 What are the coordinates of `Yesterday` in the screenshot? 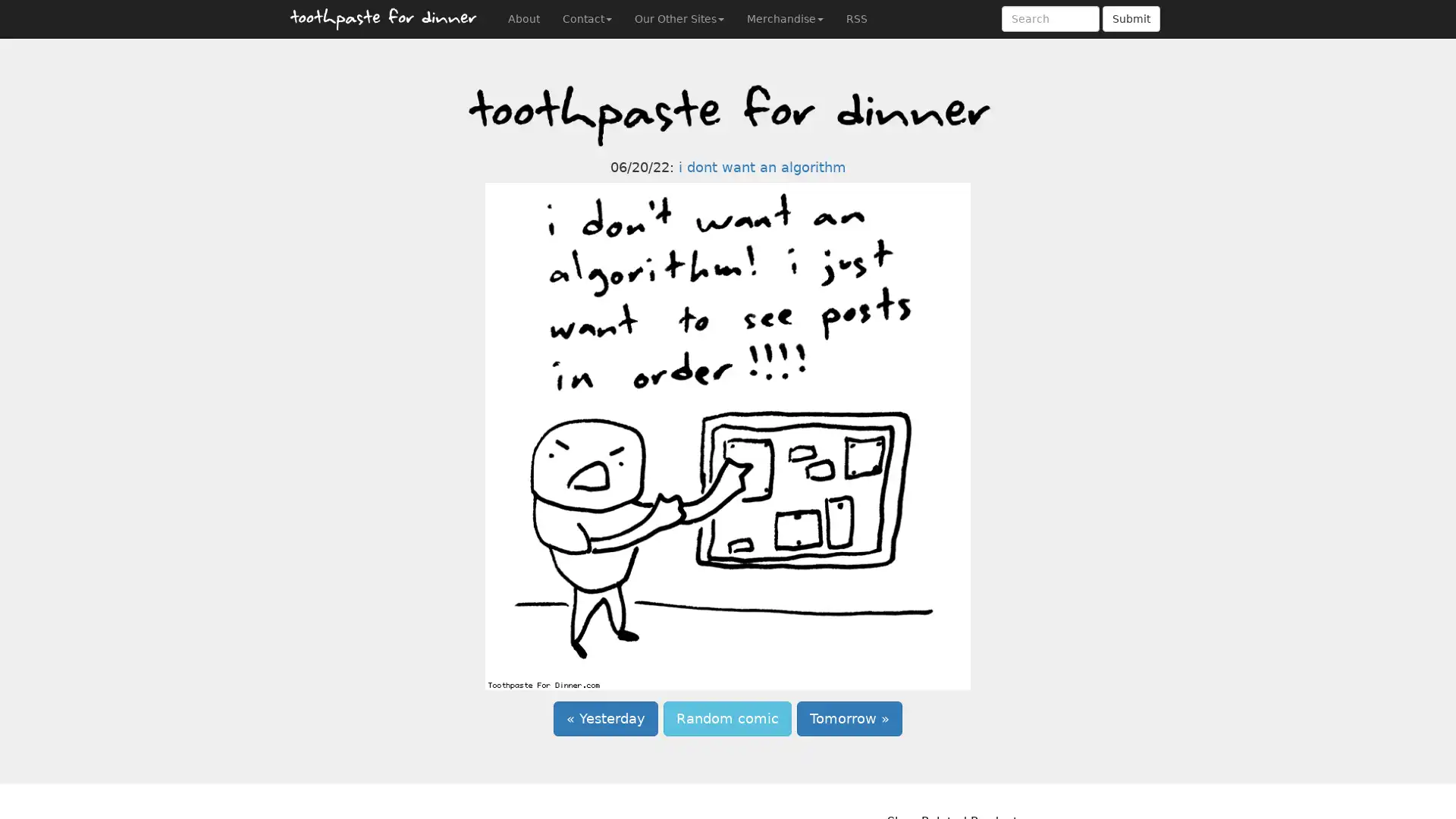 It's located at (604, 718).